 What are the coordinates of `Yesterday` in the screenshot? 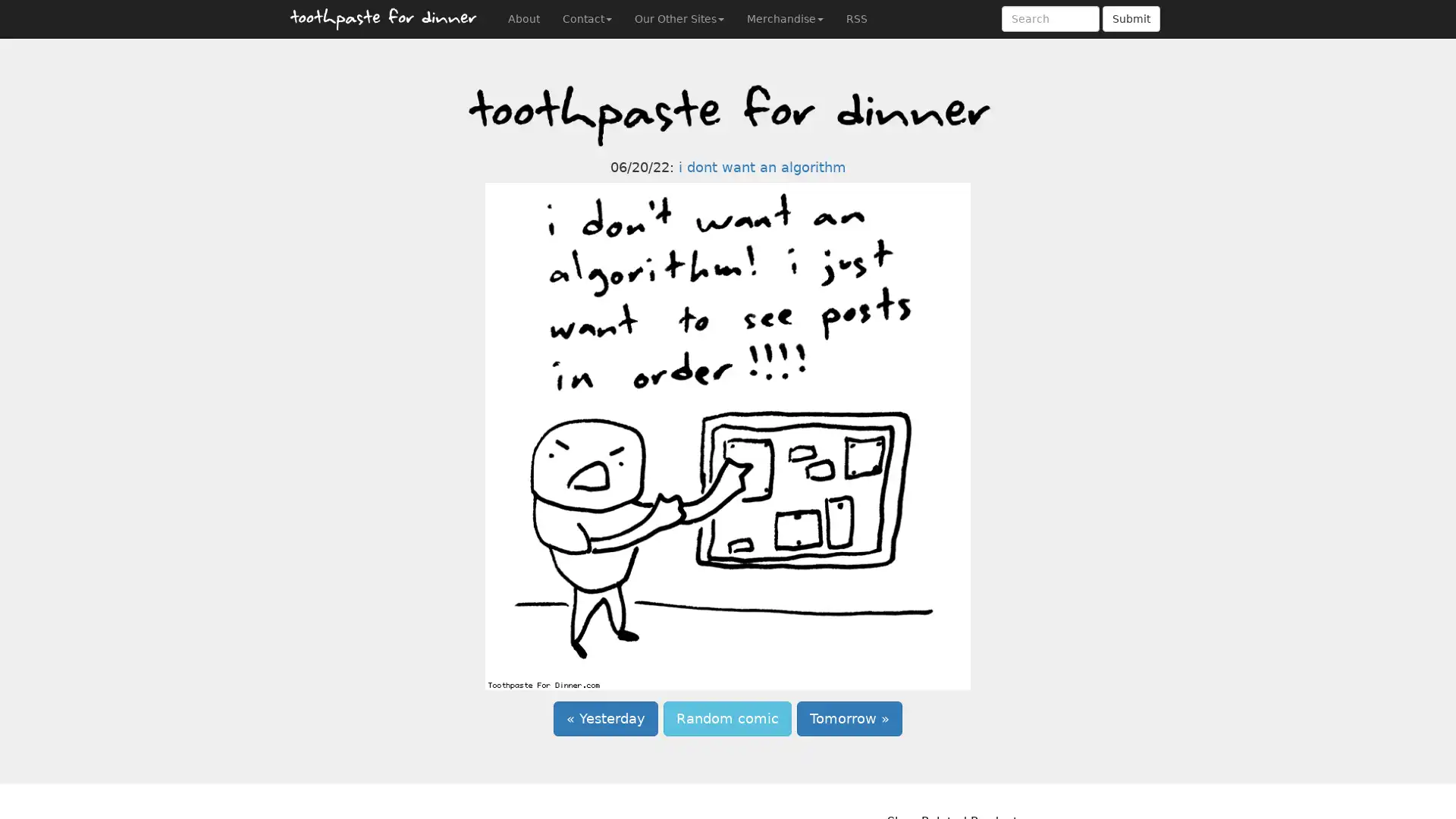 It's located at (604, 718).